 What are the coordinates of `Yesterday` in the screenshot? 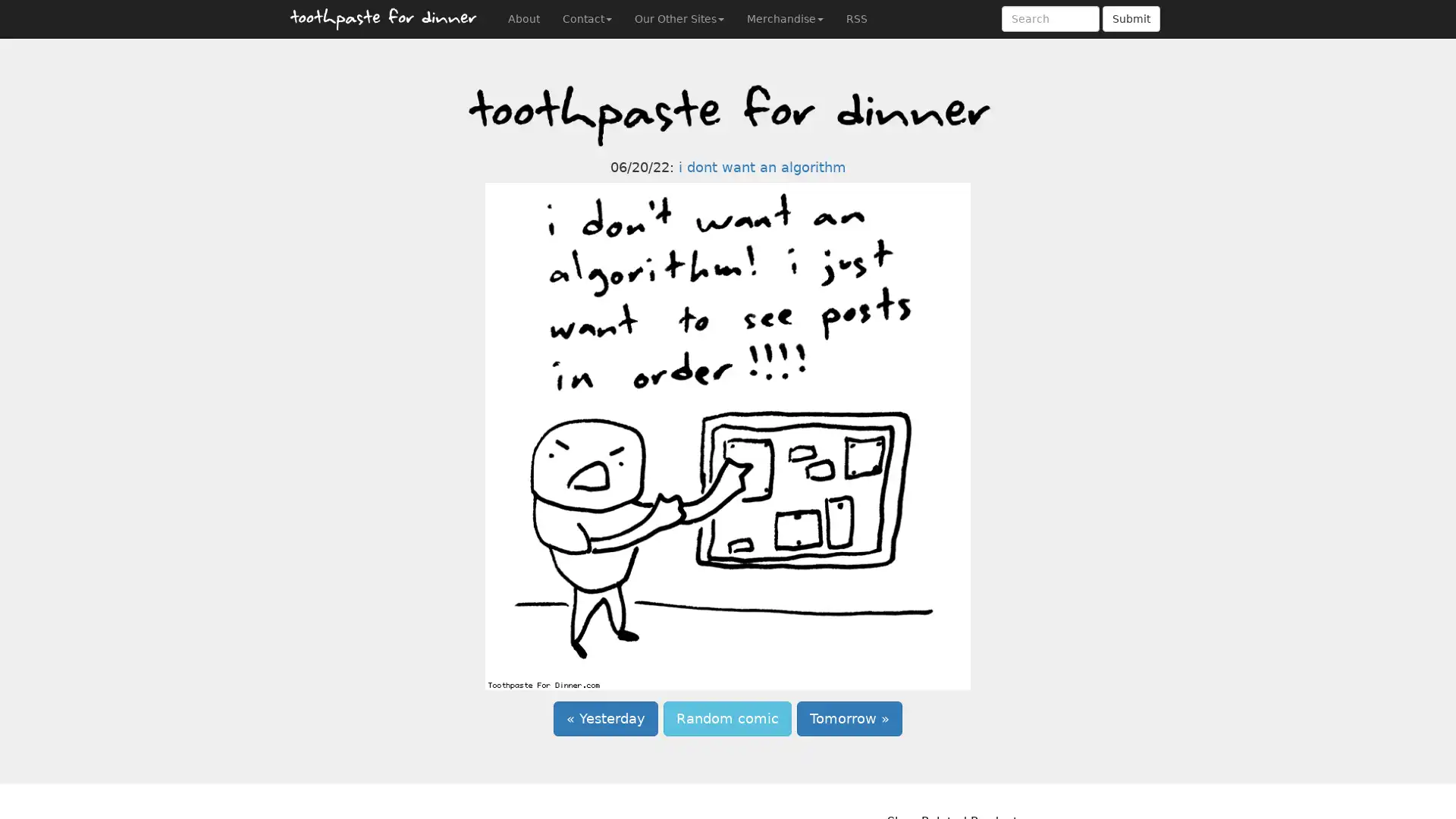 It's located at (604, 718).